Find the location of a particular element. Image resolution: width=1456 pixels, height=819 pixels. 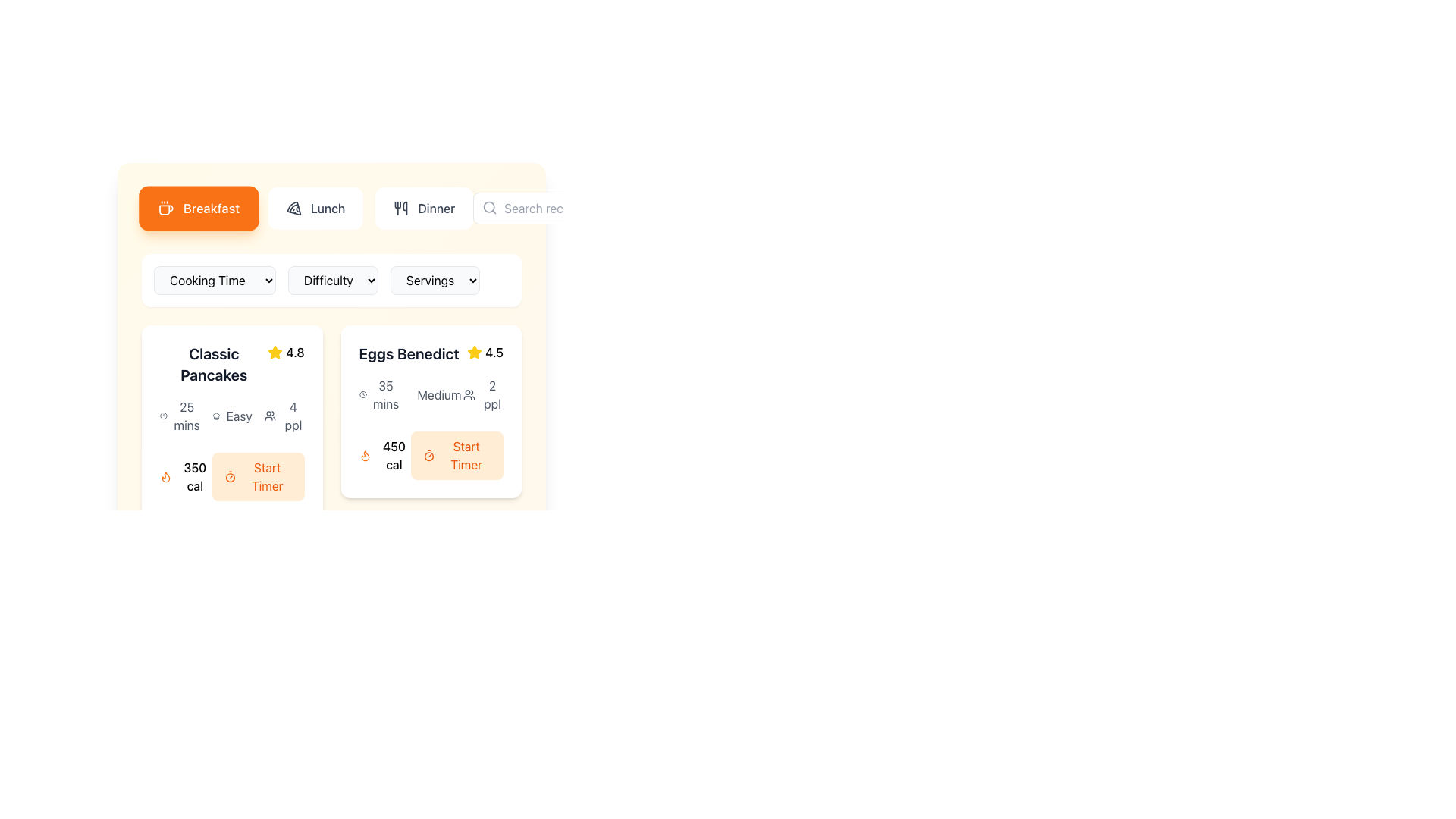

numeric rating displayed in the text label located in the upper-right corner of the 'Classic Pancakes' card, adjacent to the yellow star icon is located at coordinates (295, 353).